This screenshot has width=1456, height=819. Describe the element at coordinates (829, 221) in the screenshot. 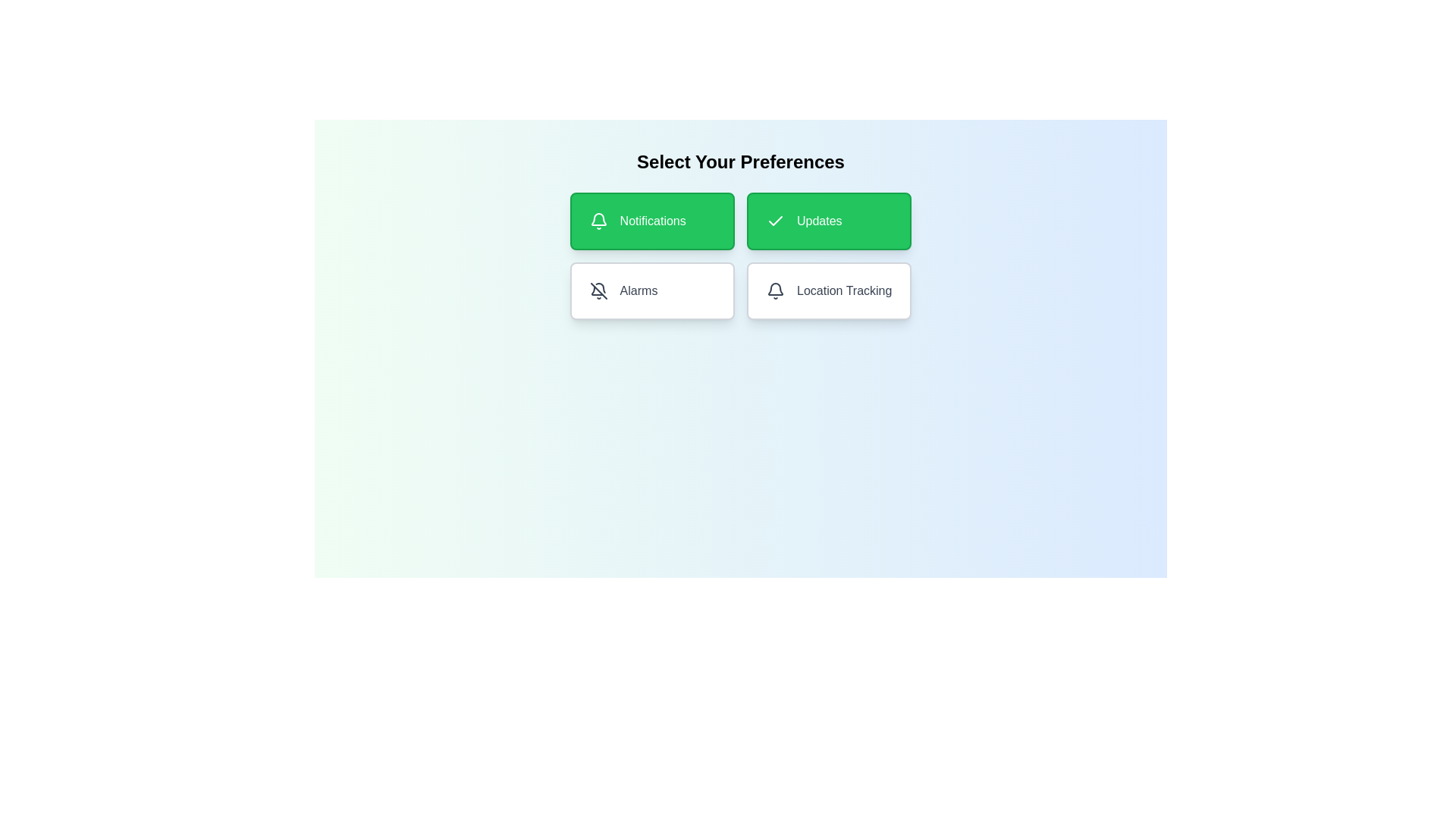

I see `the button labeled Updates to observe its hover effect` at that location.